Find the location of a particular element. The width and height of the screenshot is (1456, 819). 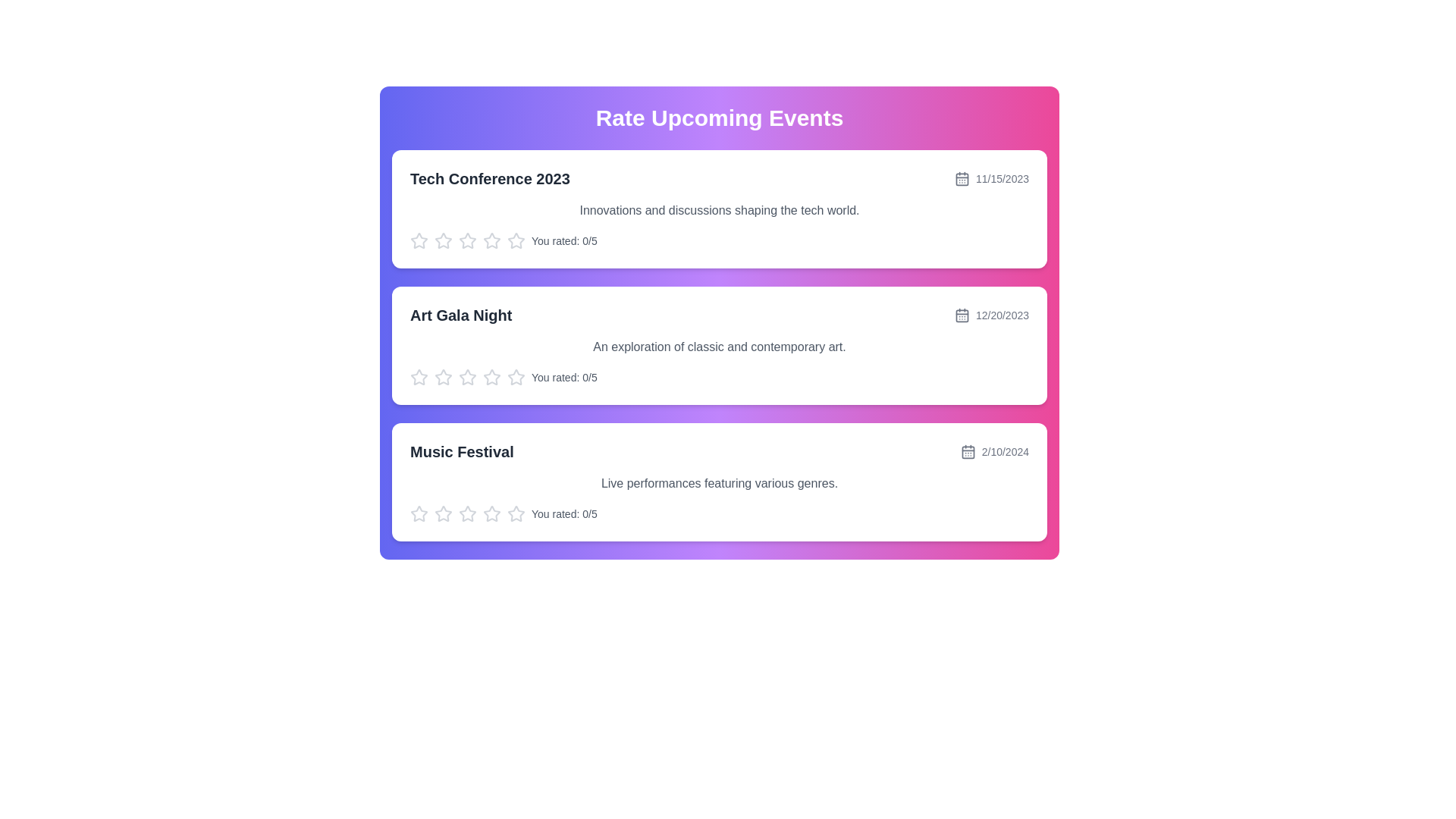

the first star icon in the 'Art Gala Night' section is located at coordinates (419, 376).